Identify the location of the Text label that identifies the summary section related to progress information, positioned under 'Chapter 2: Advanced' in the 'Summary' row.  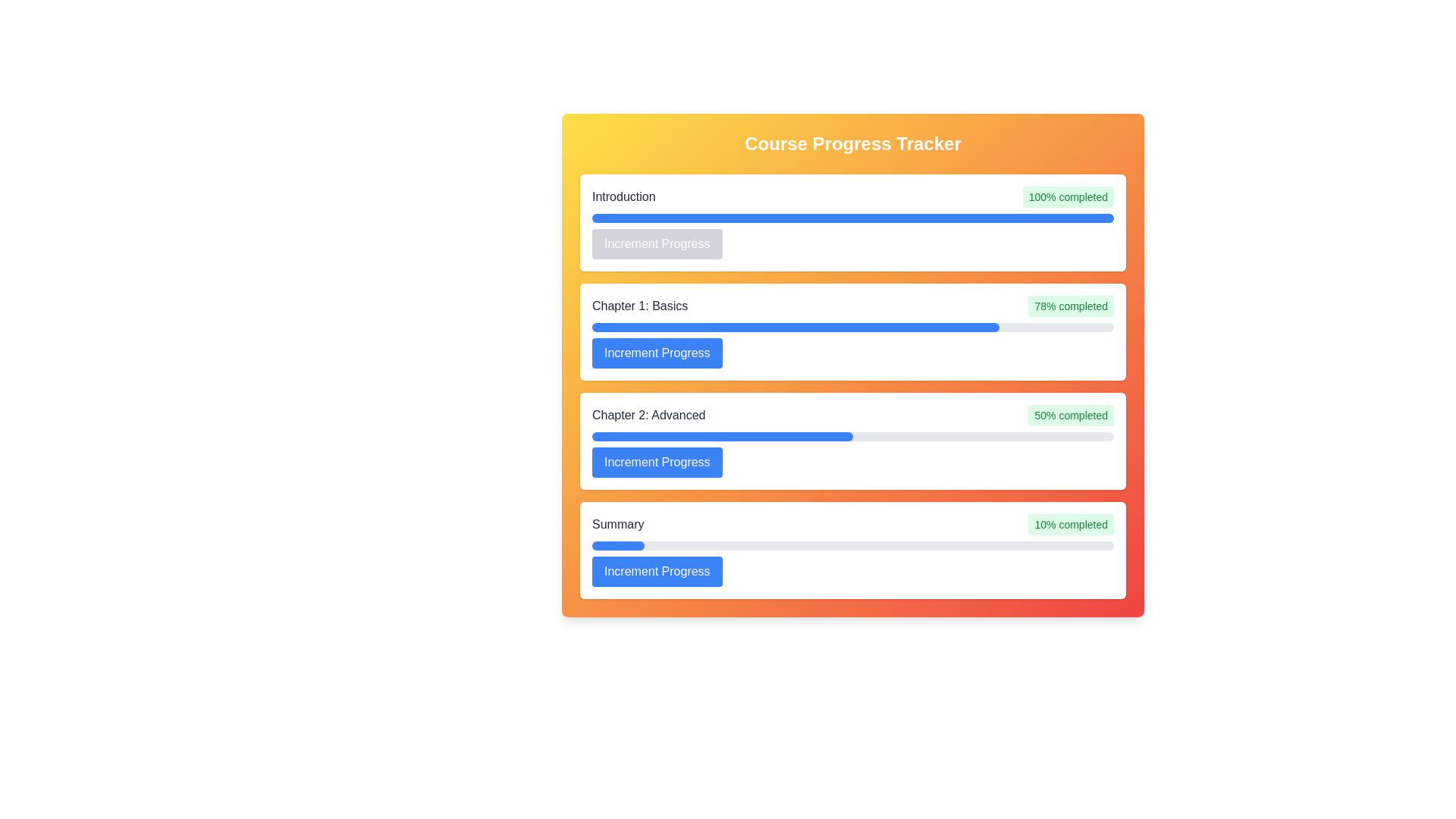
(618, 523).